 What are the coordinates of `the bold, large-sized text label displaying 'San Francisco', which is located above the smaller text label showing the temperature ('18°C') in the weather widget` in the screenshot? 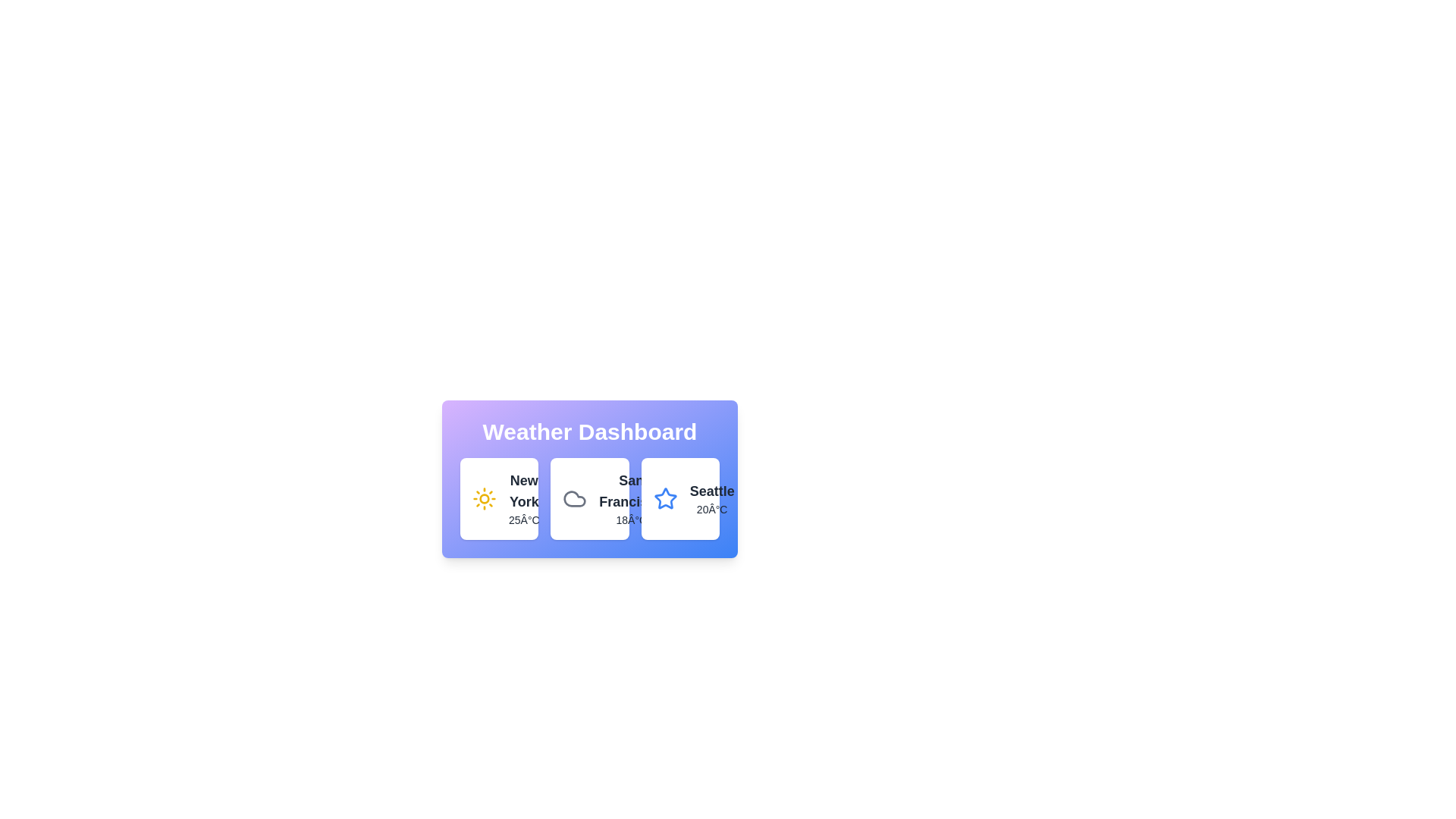 It's located at (631, 491).